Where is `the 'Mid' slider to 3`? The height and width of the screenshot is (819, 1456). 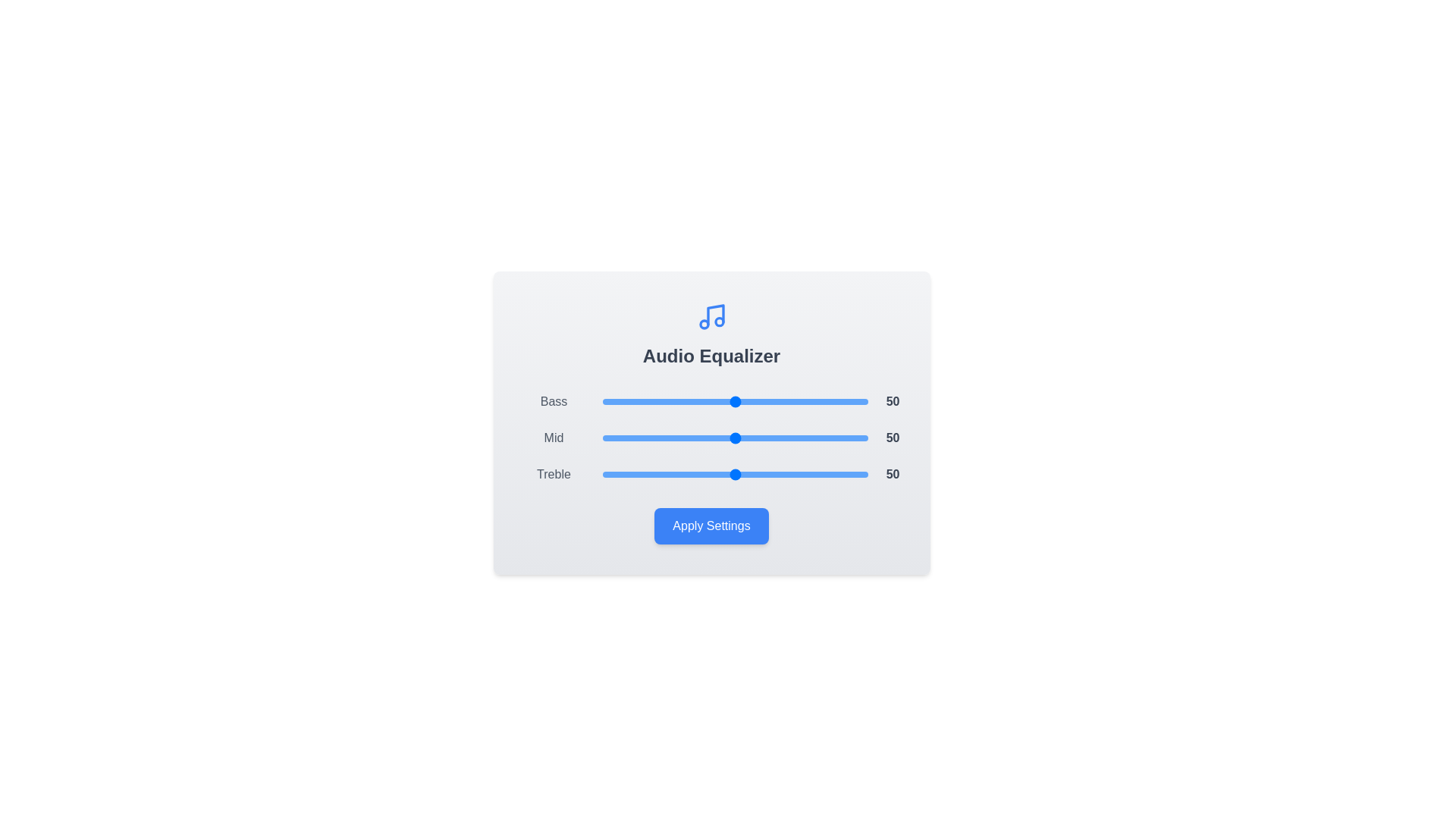
the 'Mid' slider to 3 is located at coordinates (610, 438).